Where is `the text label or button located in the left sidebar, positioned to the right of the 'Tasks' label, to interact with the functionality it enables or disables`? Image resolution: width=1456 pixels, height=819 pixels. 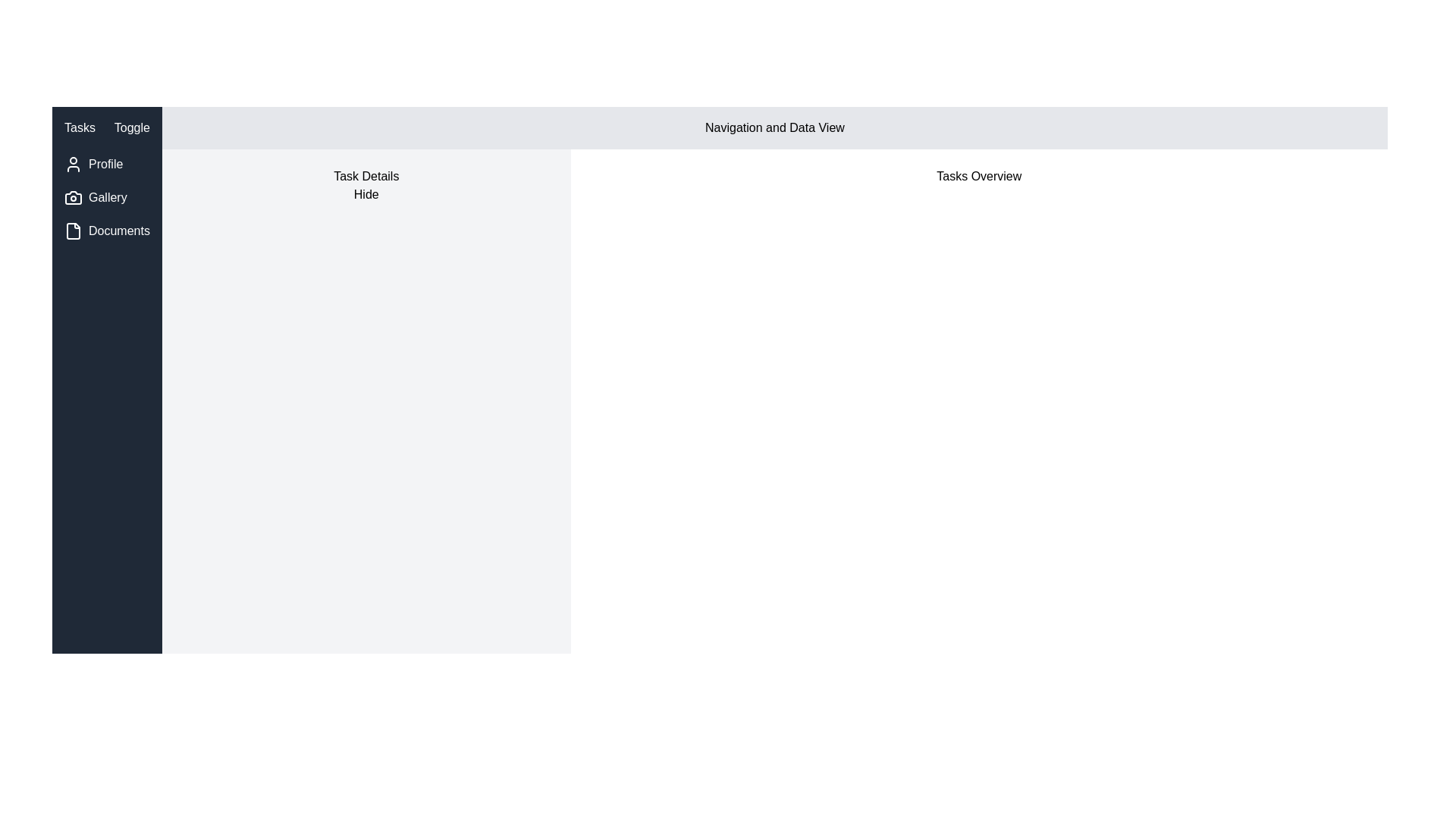
the text label or button located in the left sidebar, positioned to the right of the 'Tasks' label, to interact with the functionality it enables or disables is located at coordinates (132, 127).